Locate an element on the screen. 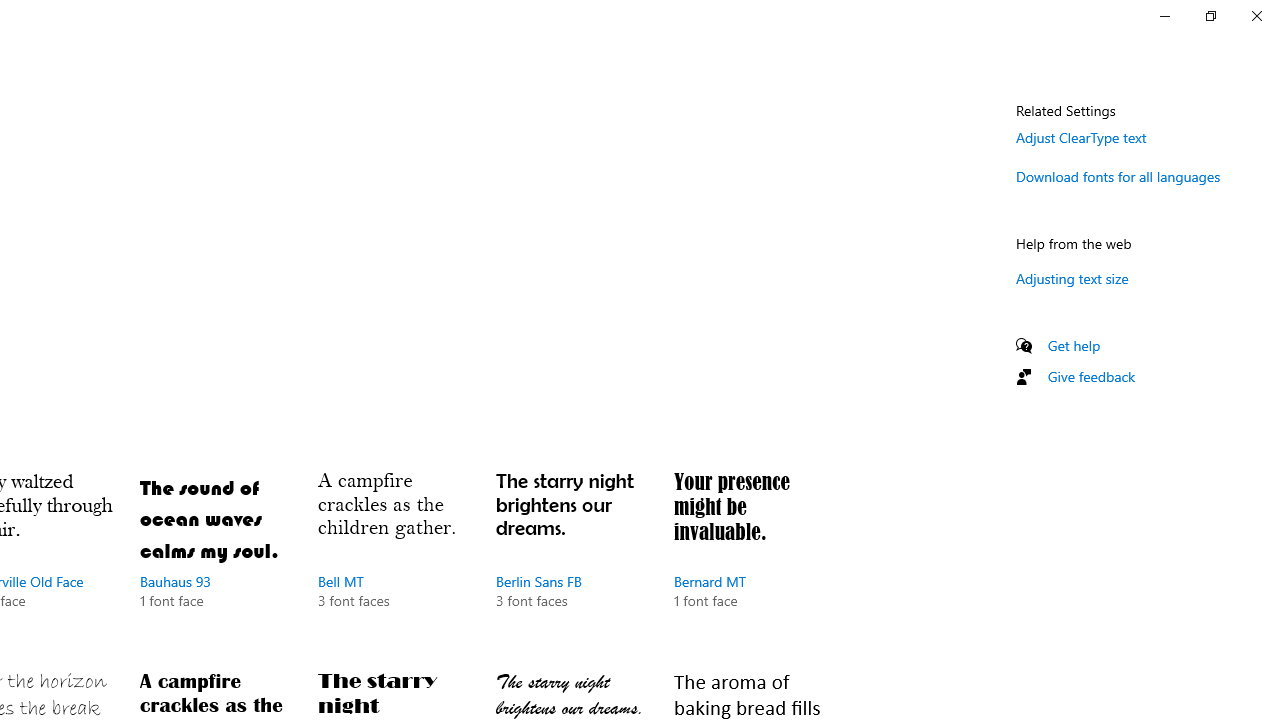 The image size is (1280, 720). 'Get help' is located at coordinates (1073, 344).